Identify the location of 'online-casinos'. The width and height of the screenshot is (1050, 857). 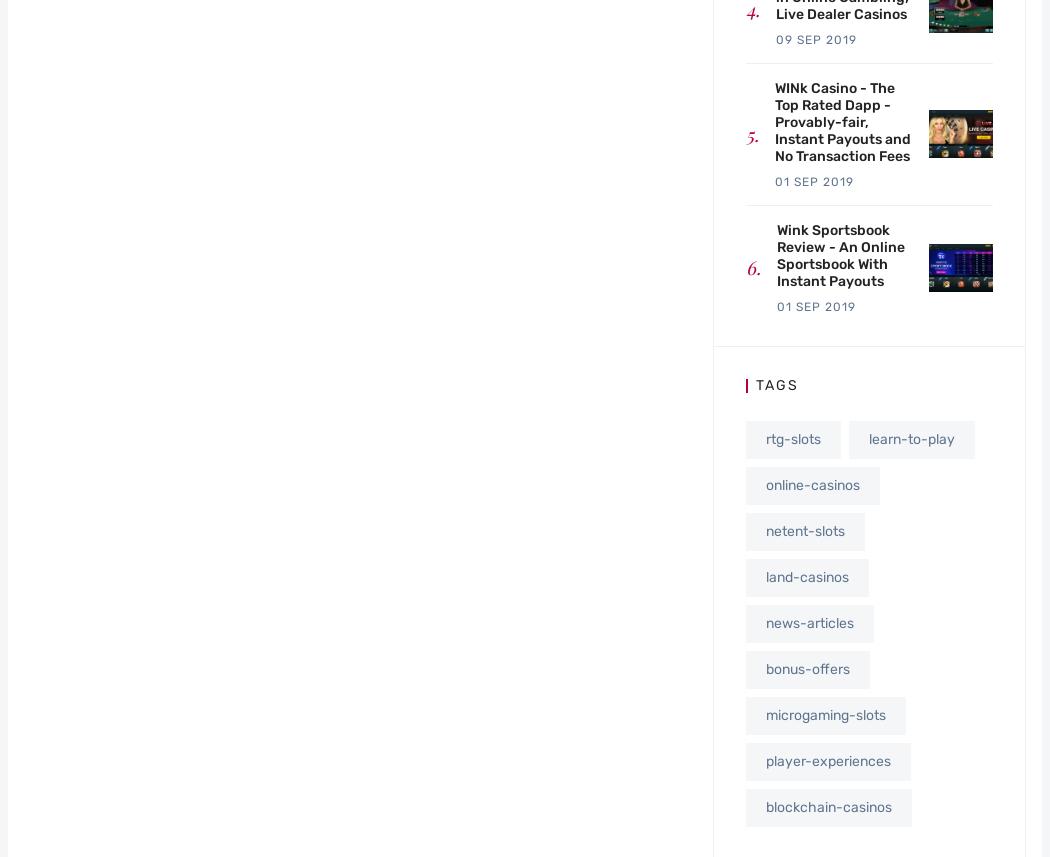
(765, 484).